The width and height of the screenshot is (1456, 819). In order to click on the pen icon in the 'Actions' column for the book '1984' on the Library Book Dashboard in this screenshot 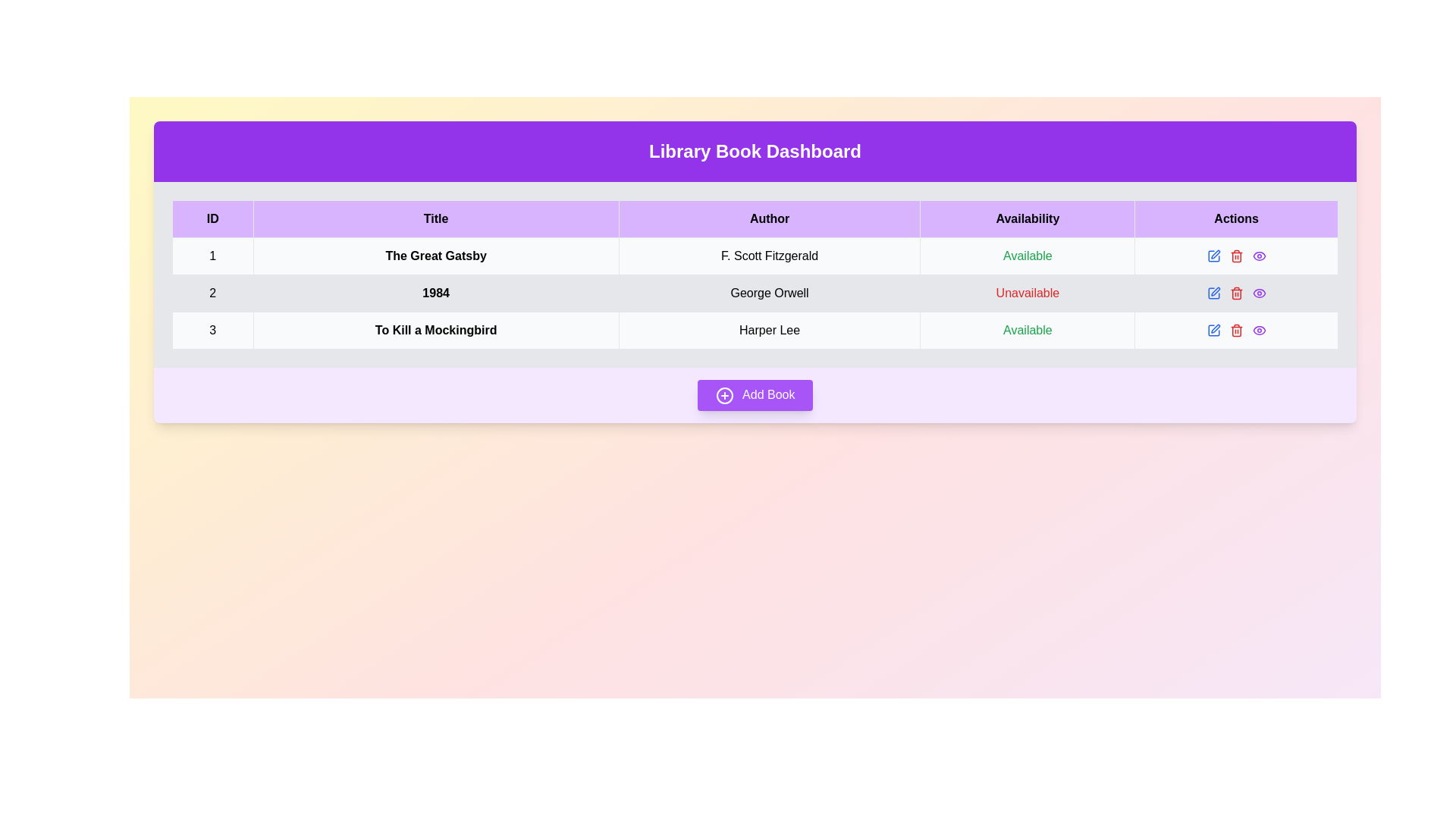, I will do `click(1216, 253)`.